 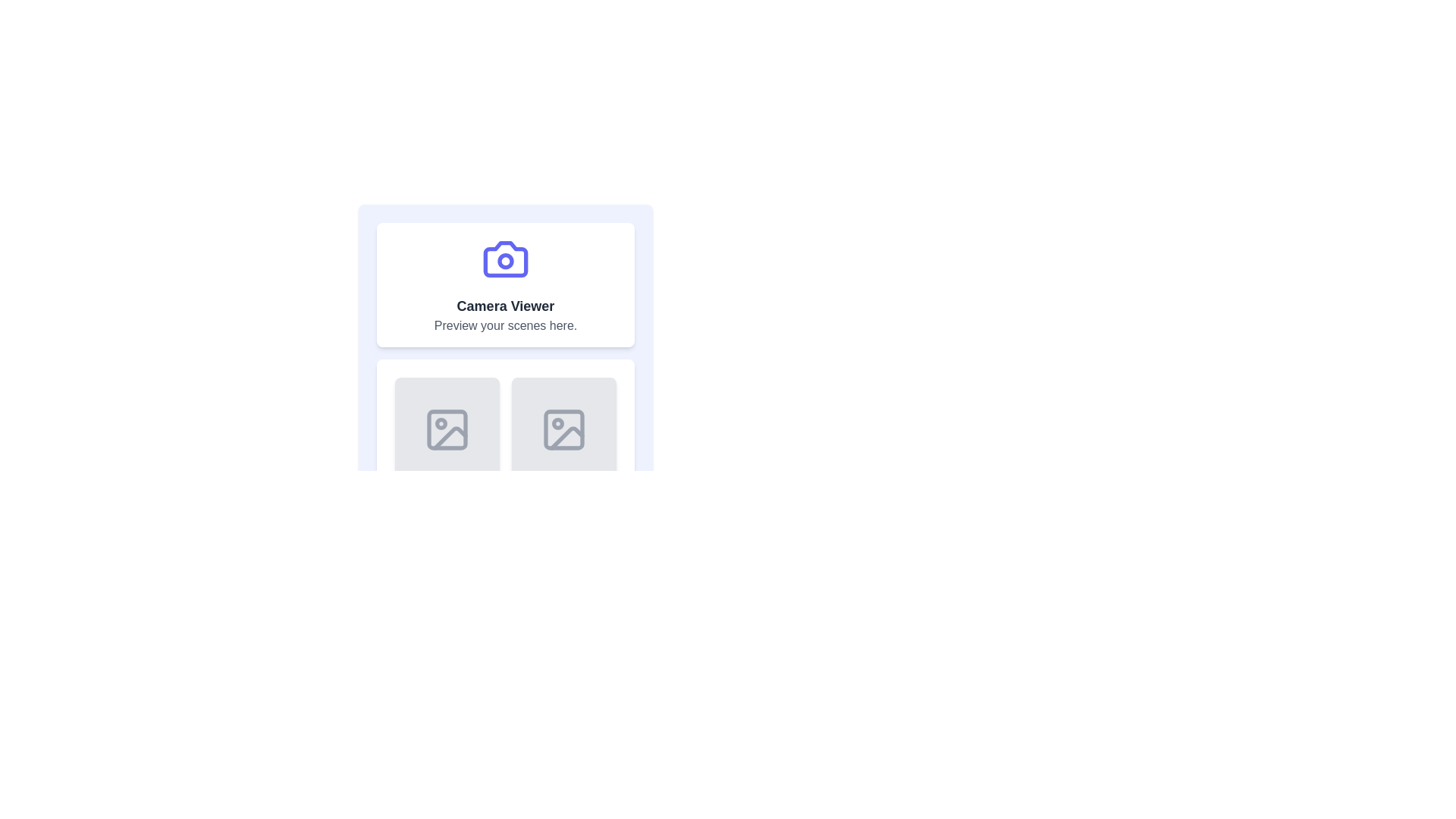 What do you see at coordinates (563, 430) in the screenshot?
I see `the interactive Placeholder box located in the second column of the 'Camera Viewer' card` at bounding box center [563, 430].